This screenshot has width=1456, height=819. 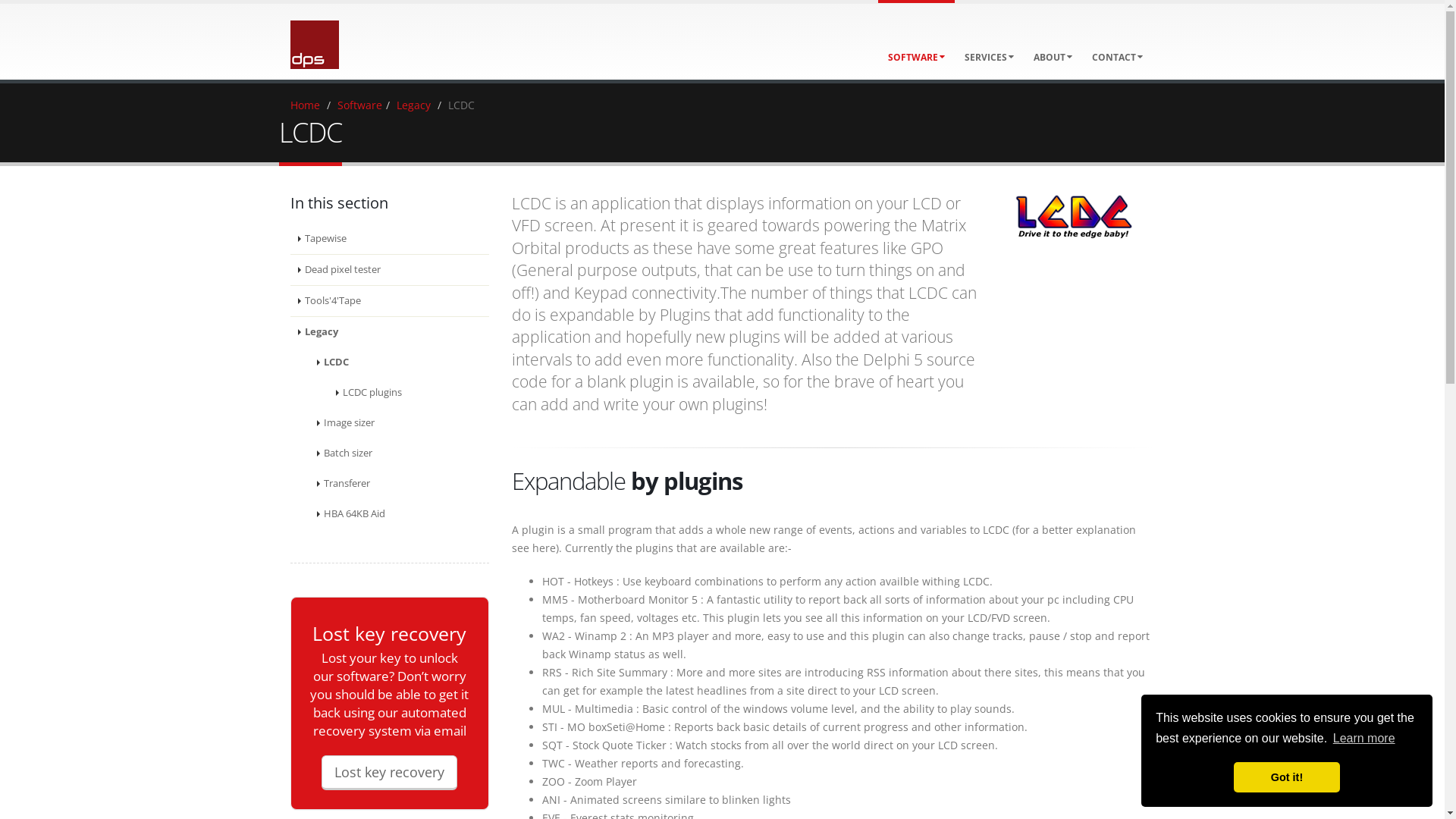 What do you see at coordinates (1330, 738) in the screenshot?
I see `'Learn more'` at bounding box center [1330, 738].